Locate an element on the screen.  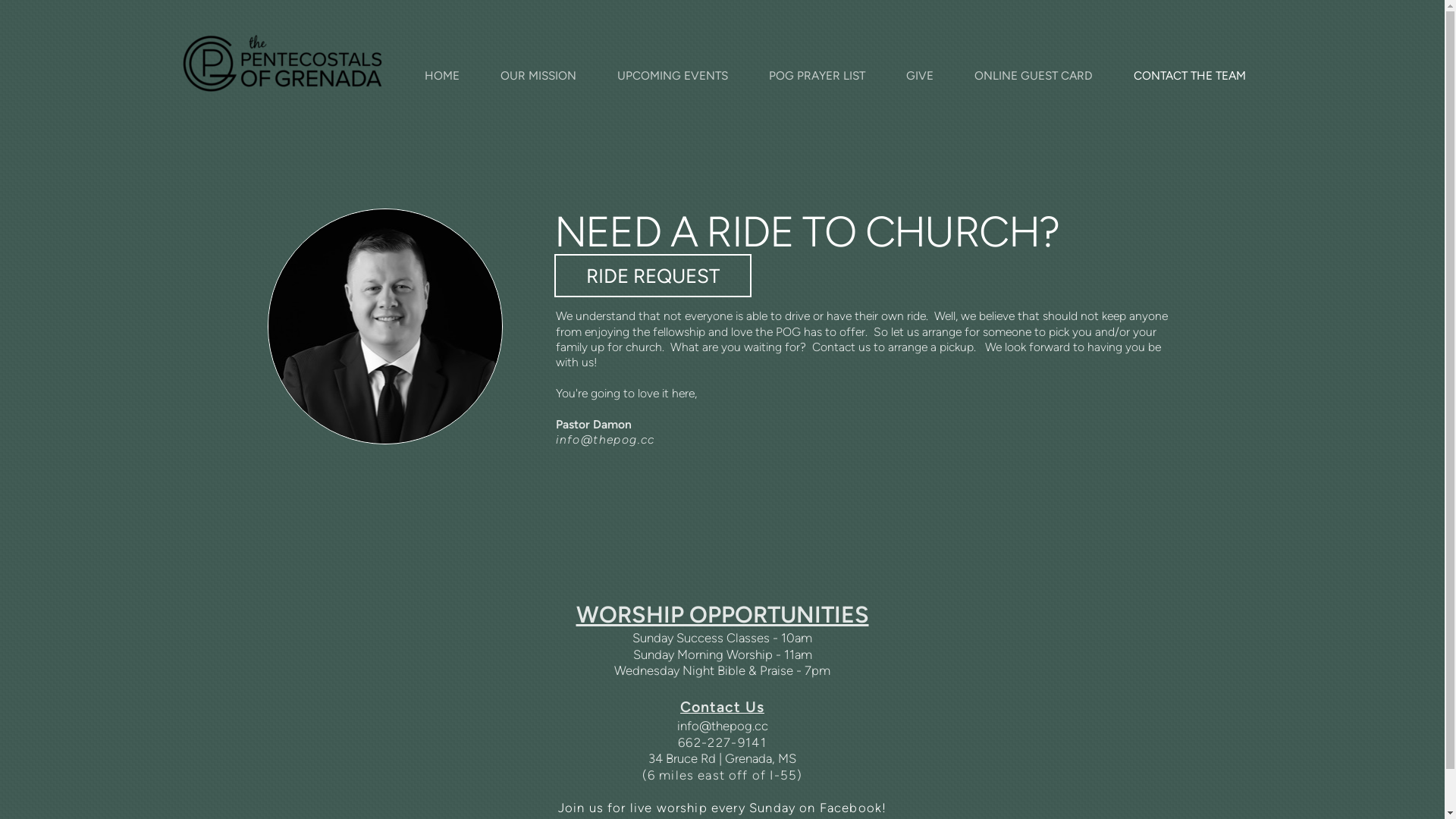
'UPCOMING EVENTS' is located at coordinates (671, 75).